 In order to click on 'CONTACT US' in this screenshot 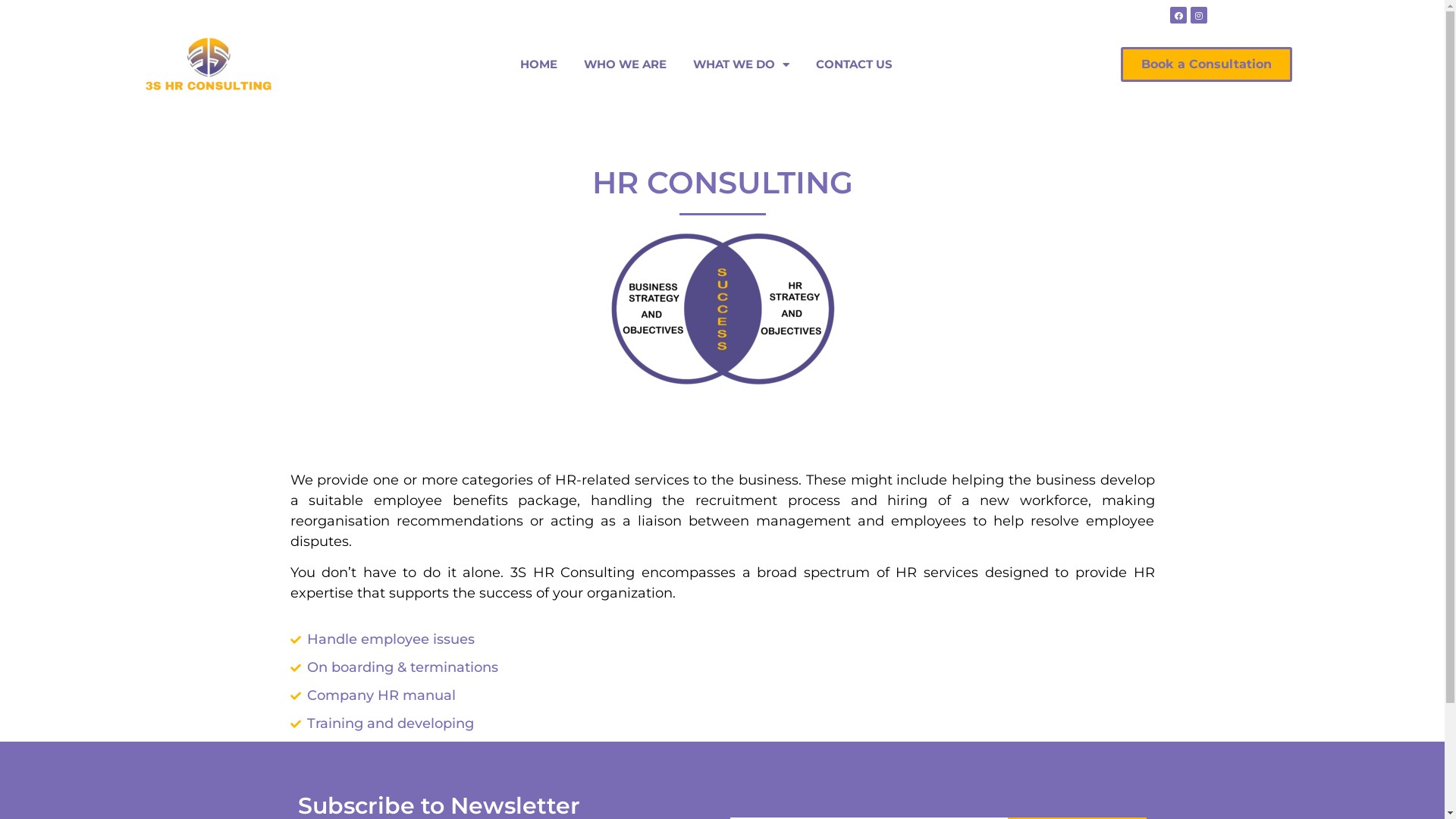, I will do `click(854, 63)`.